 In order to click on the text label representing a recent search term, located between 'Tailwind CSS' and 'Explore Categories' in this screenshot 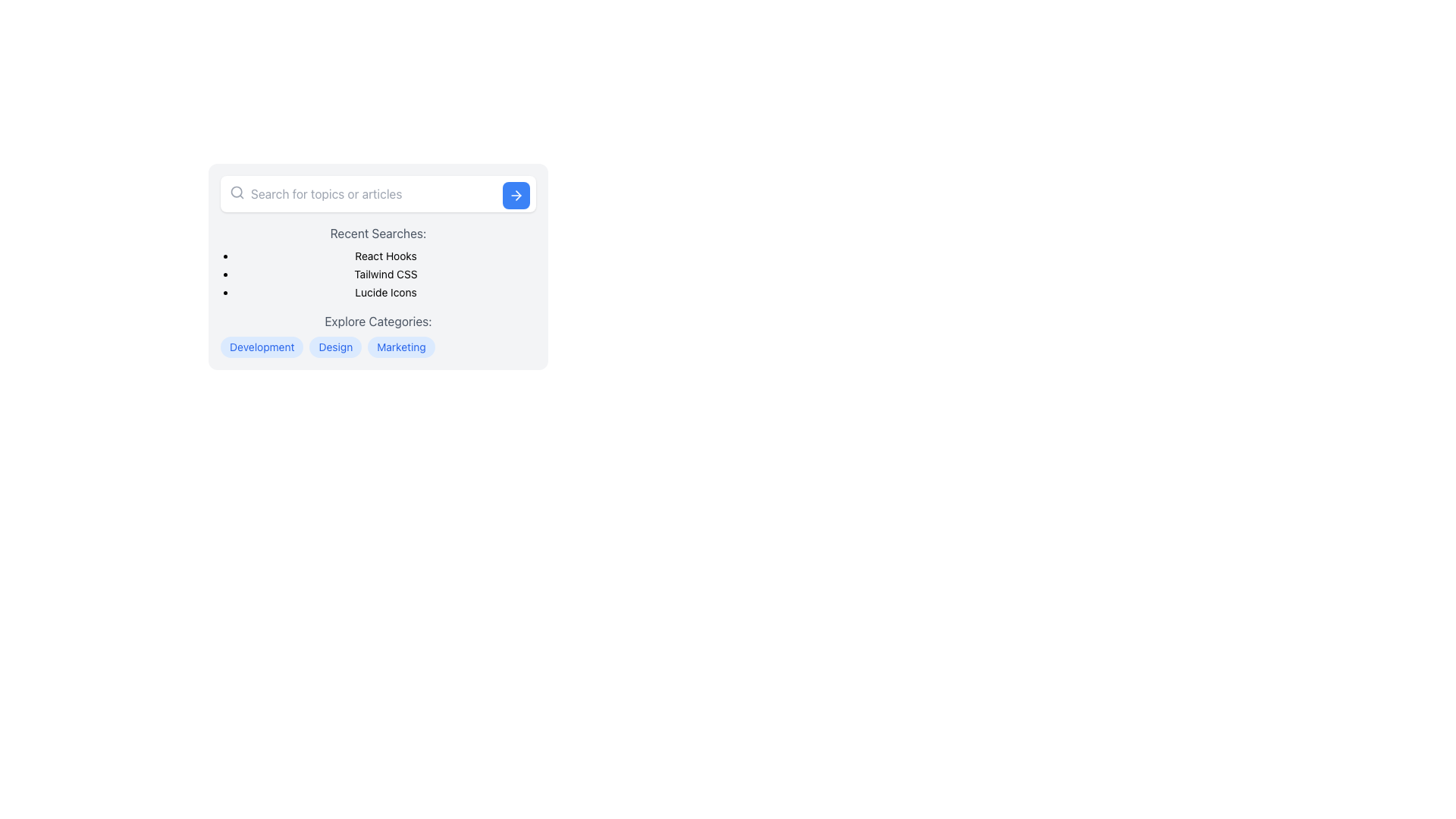, I will do `click(385, 292)`.